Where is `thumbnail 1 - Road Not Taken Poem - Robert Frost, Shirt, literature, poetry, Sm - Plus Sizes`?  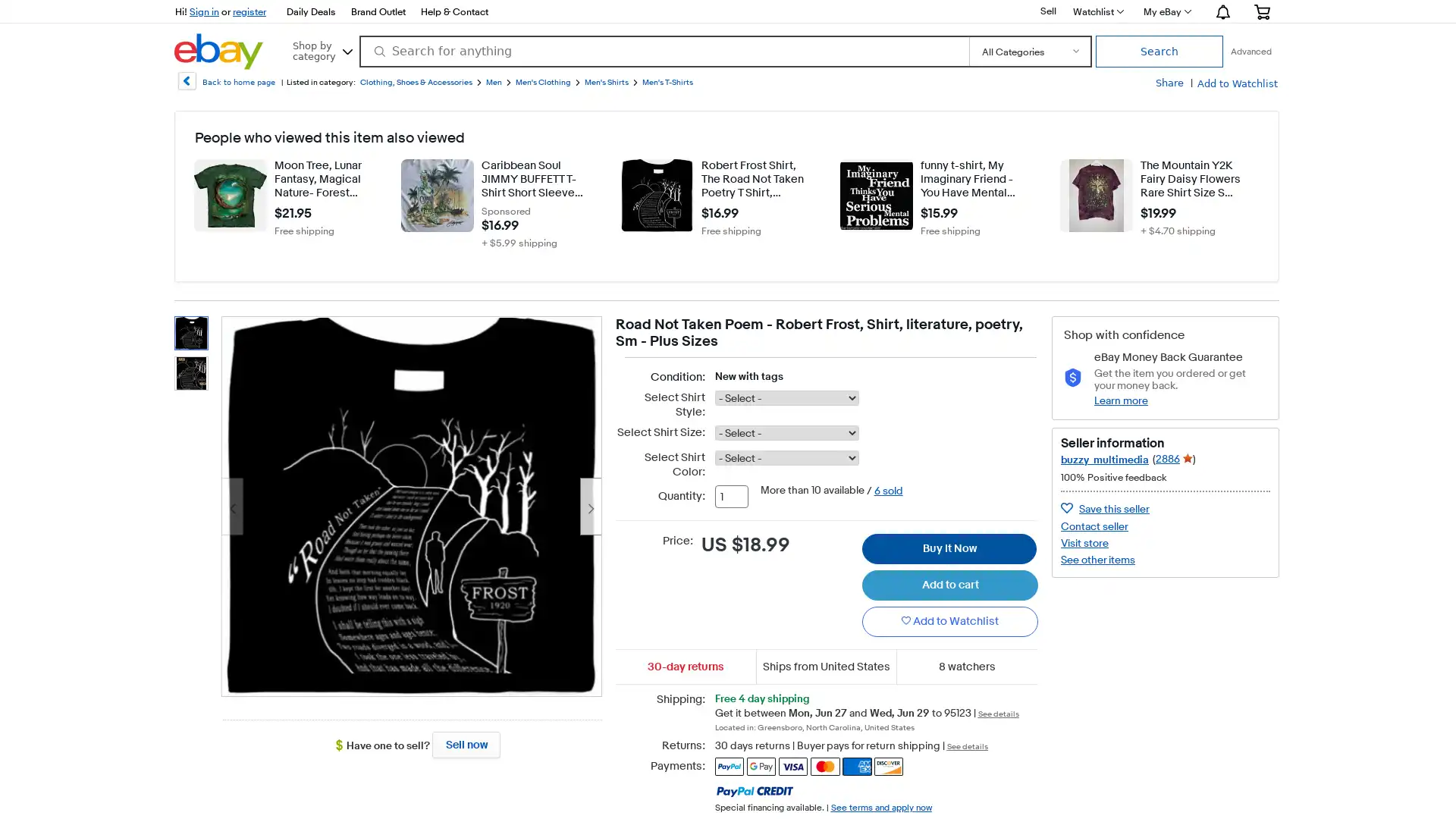 thumbnail 1 - Road Not Taken Poem - Robert Frost, Shirt, literature, poetry, Sm - Plus Sizes is located at coordinates (190, 332).